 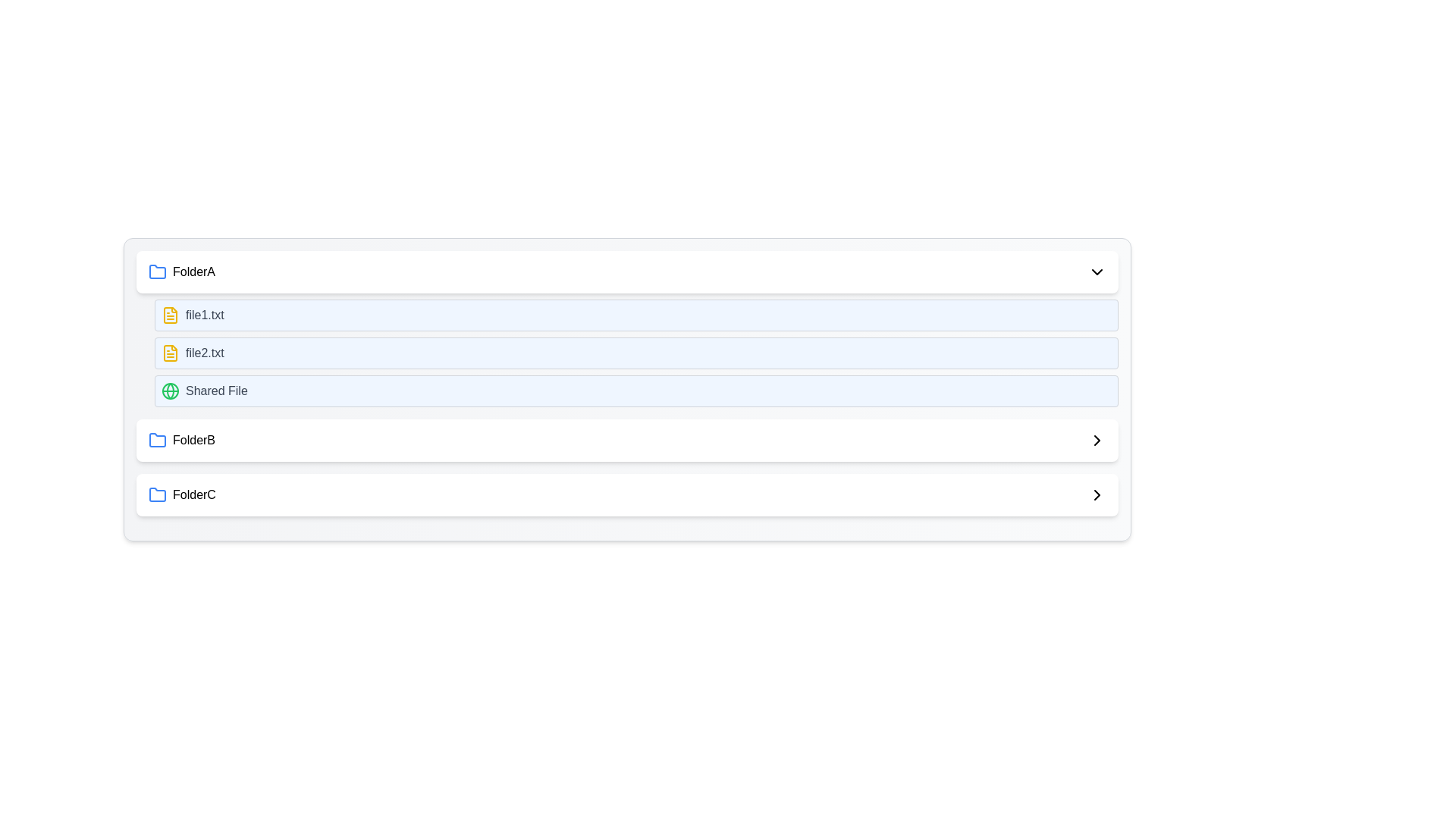 I want to click on the Chevron Arrow icon associated with the 'FolderC' group, so click(x=1097, y=494).